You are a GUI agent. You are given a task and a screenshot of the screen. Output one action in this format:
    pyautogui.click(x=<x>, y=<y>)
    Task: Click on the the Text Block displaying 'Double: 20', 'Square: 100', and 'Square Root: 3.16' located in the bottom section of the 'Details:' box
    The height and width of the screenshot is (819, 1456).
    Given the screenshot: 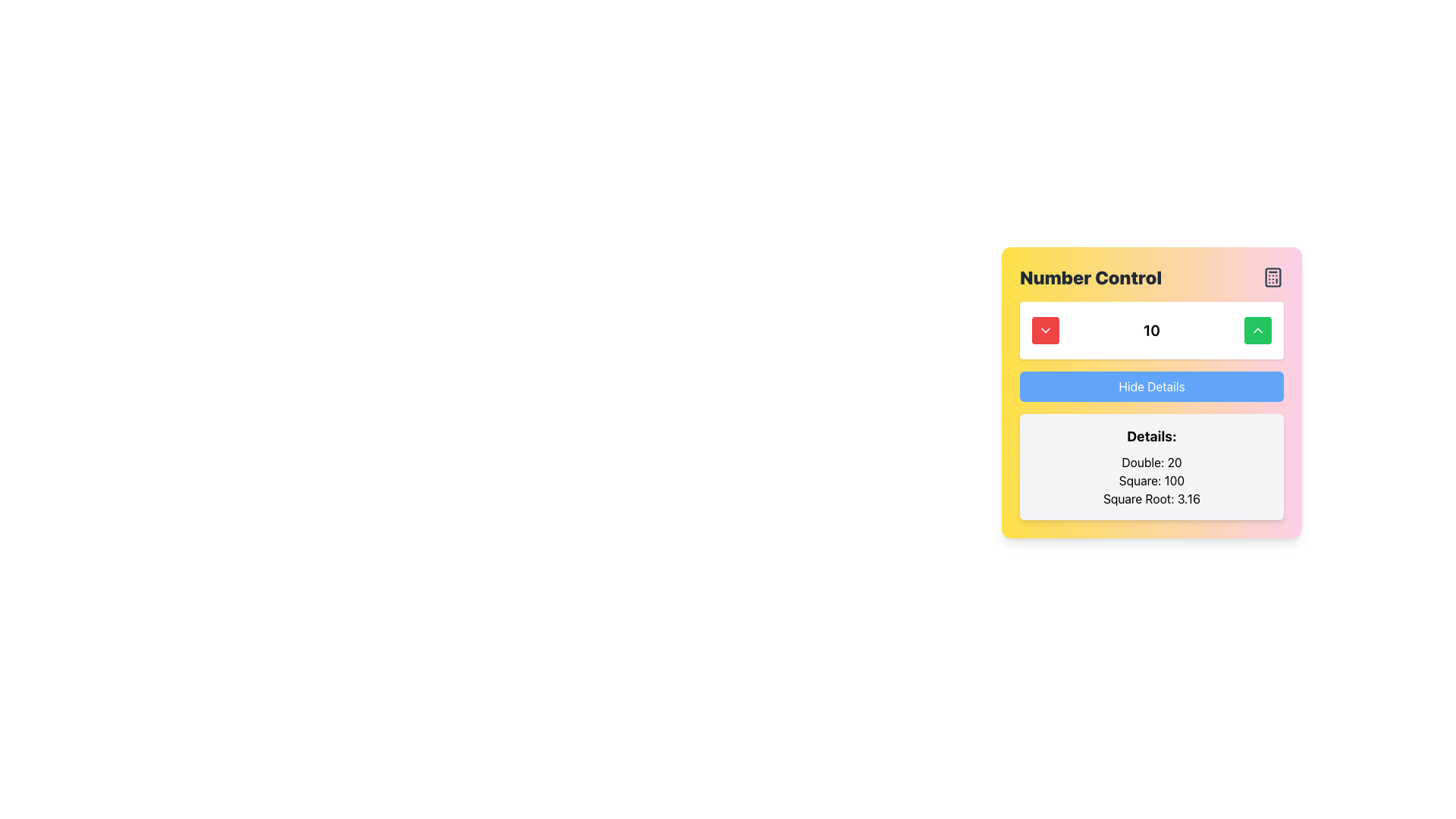 What is the action you would take?
    pyautogui.click(x=1151, y=480)
    